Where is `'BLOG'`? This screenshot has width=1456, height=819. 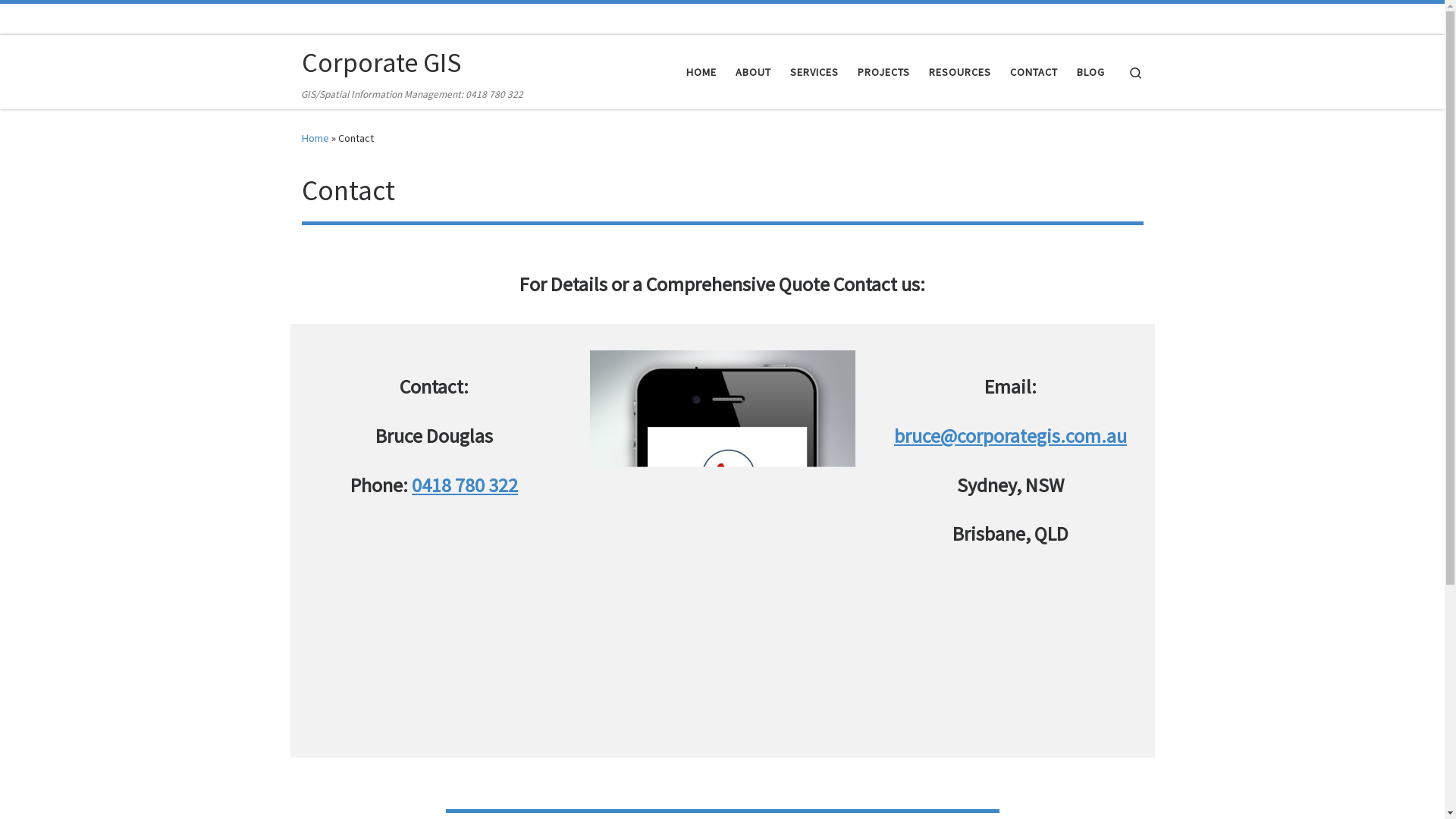
'BLOG' is located at coordinates (1090, 72).